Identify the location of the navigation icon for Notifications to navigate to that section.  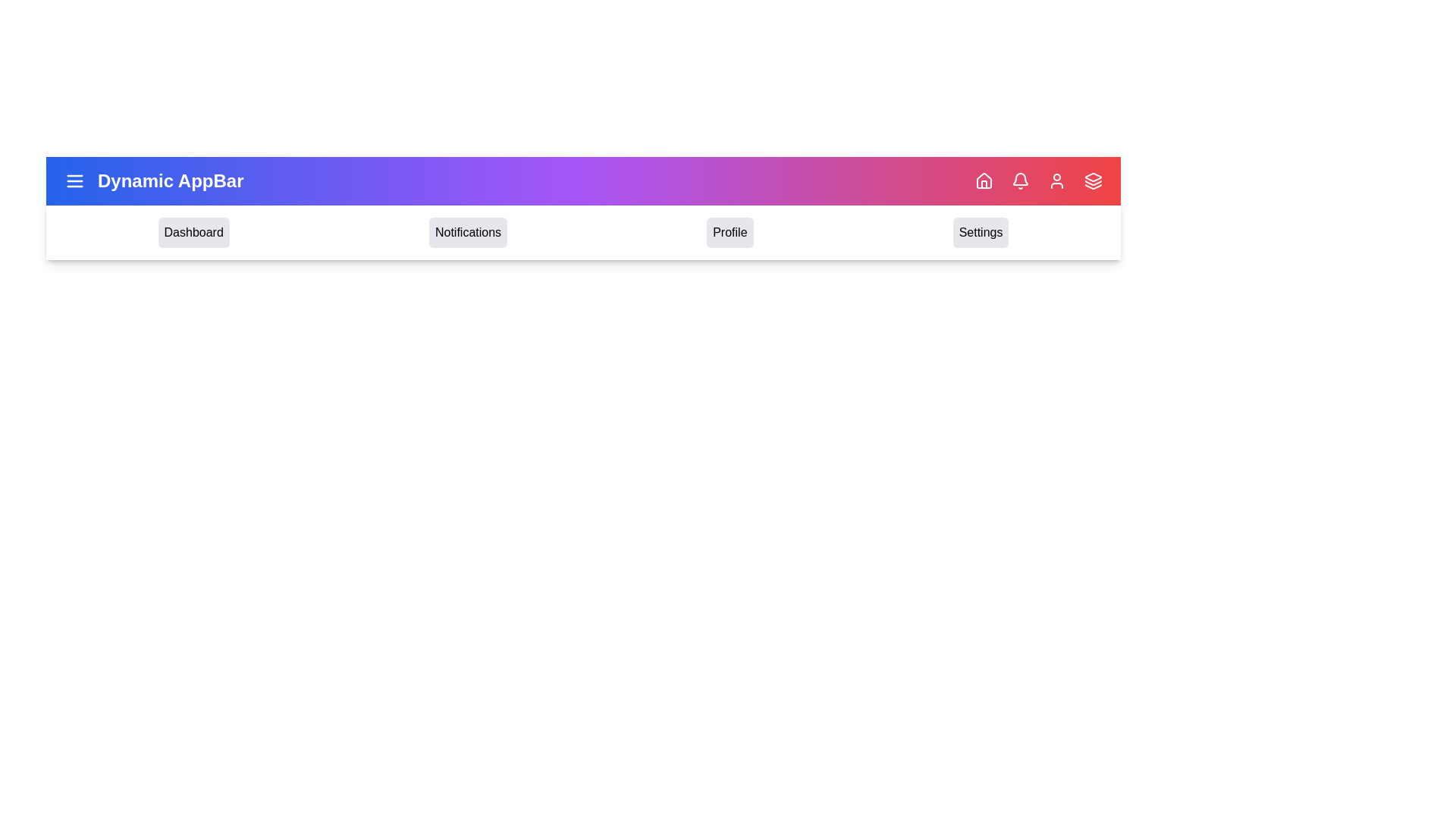
(467, 233).